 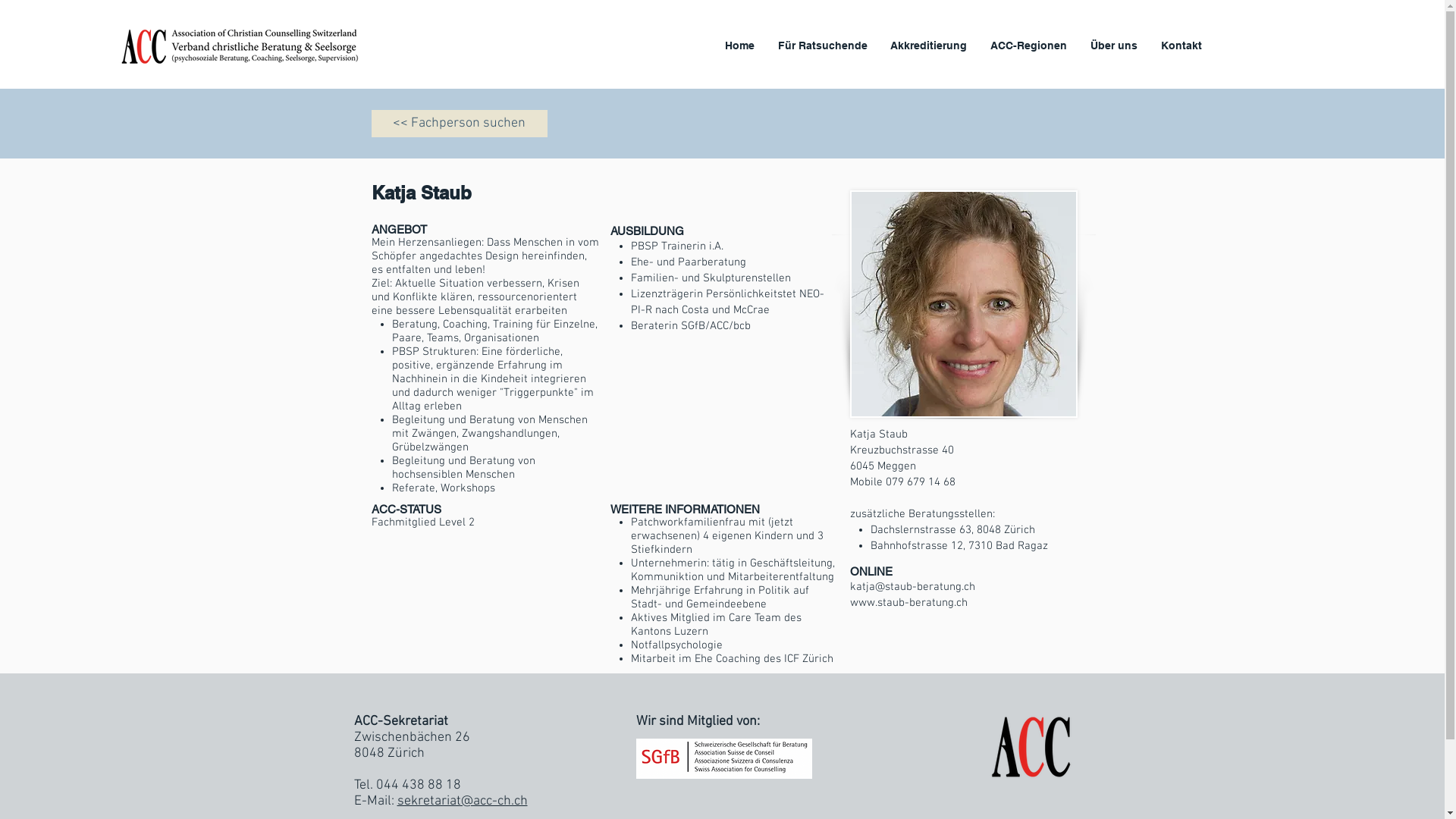 What do you see at coordinates (1180, 45) in the screenshot?
I see `'Kontakt'` at bounding box center [1180, 45].